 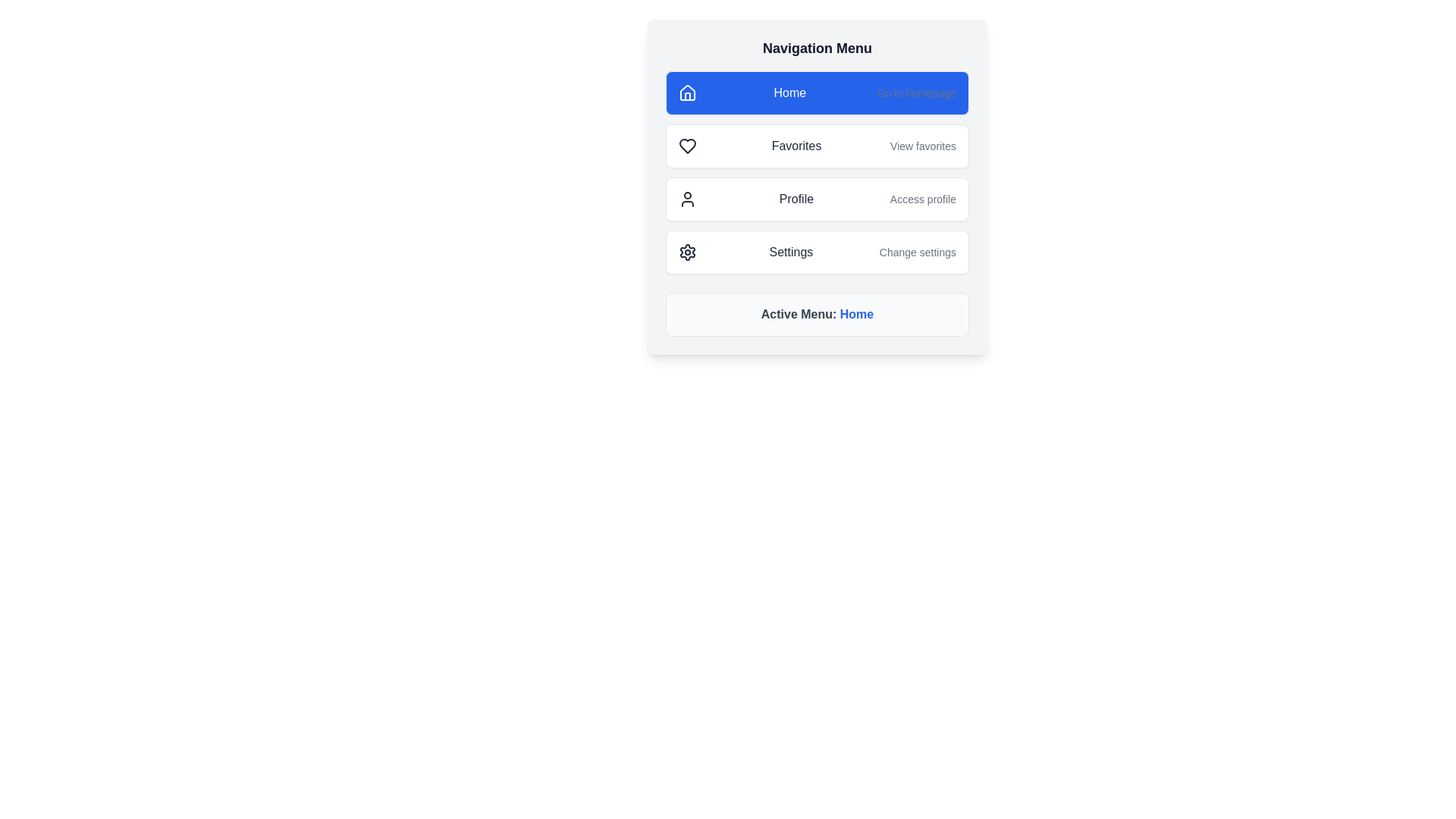 I want to click on the navigation button at the top of the vertical menu to redirect to the homepage, so click(x=817, y=93).